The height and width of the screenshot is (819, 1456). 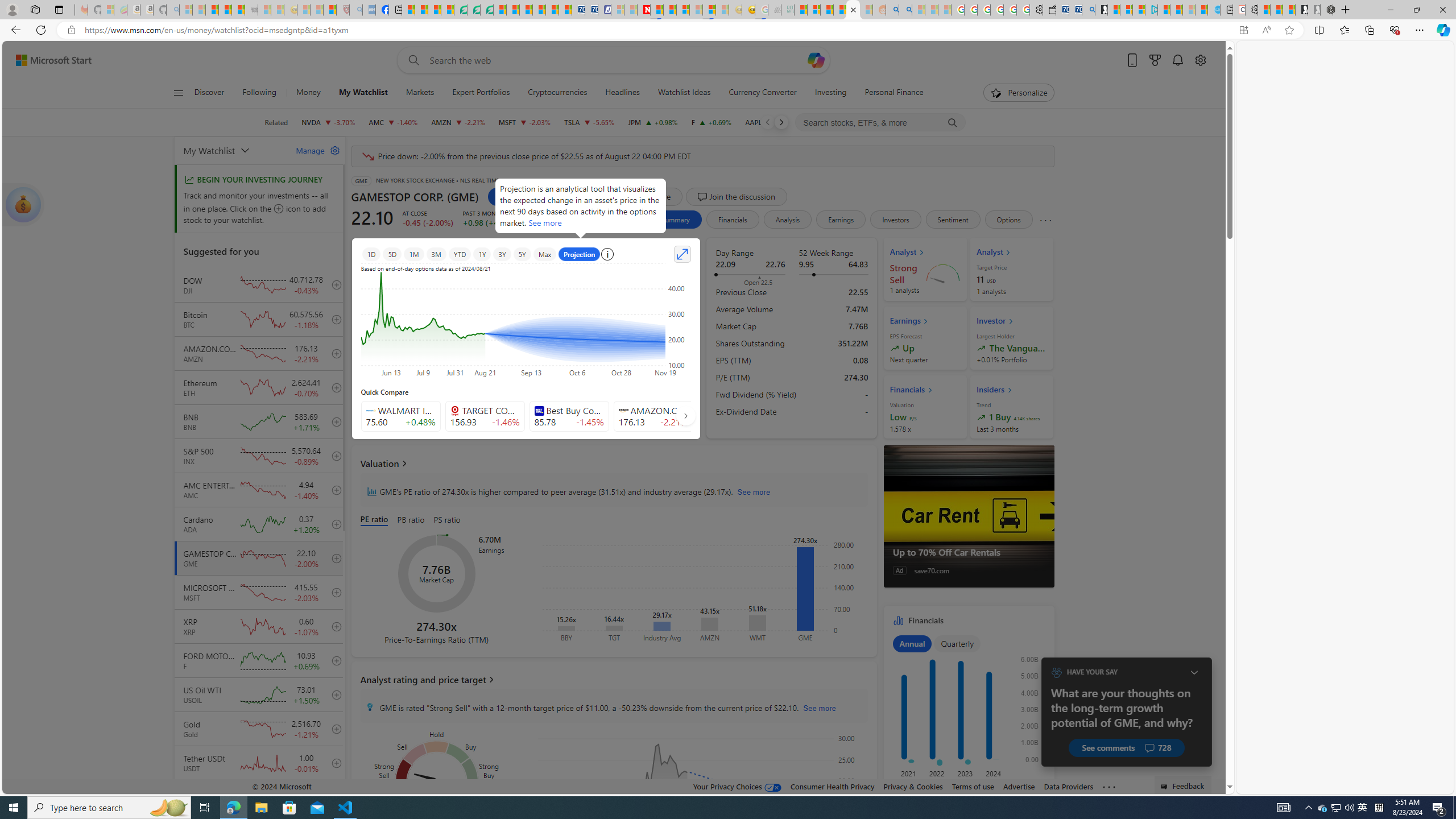 What do you see at coordinates (487, 9) in the screenshot?
I see `'Microsoft Word - consumer-privacy address update 2.2021'` at bounding box center [487, 9].